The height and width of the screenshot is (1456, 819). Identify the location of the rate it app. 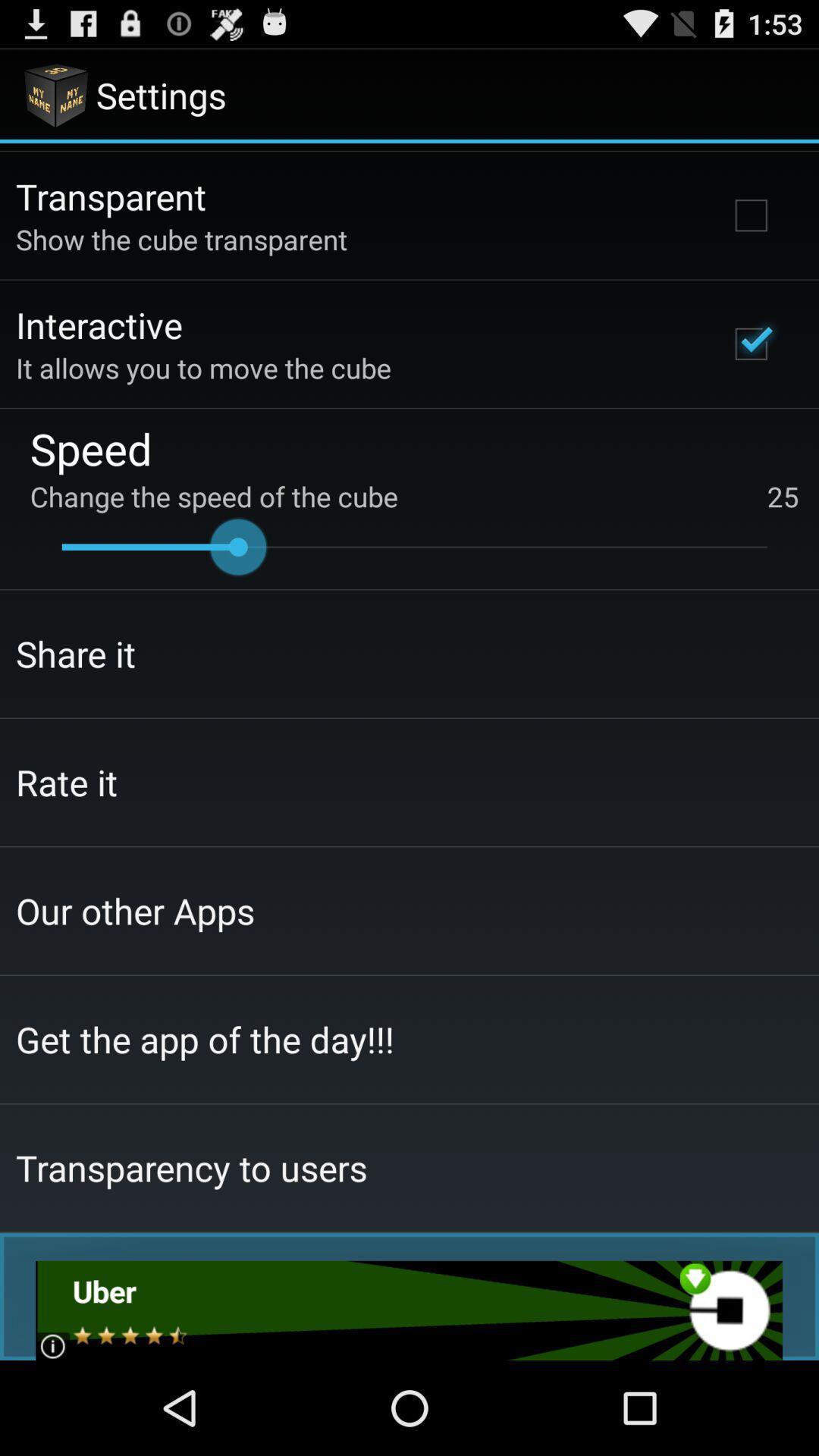
(66, 782).